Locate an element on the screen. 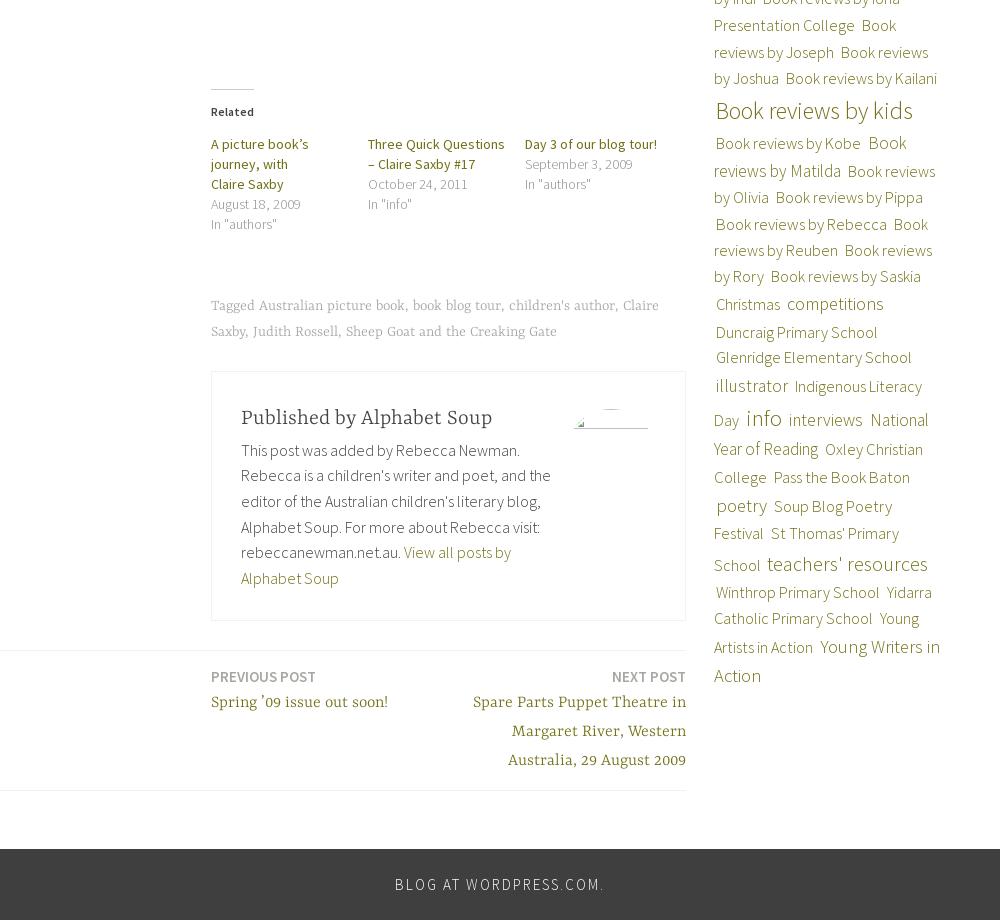 This screenshot has height=920, width=1000. 'Book reviews by Reuben' is located at coordinates (819, 236).